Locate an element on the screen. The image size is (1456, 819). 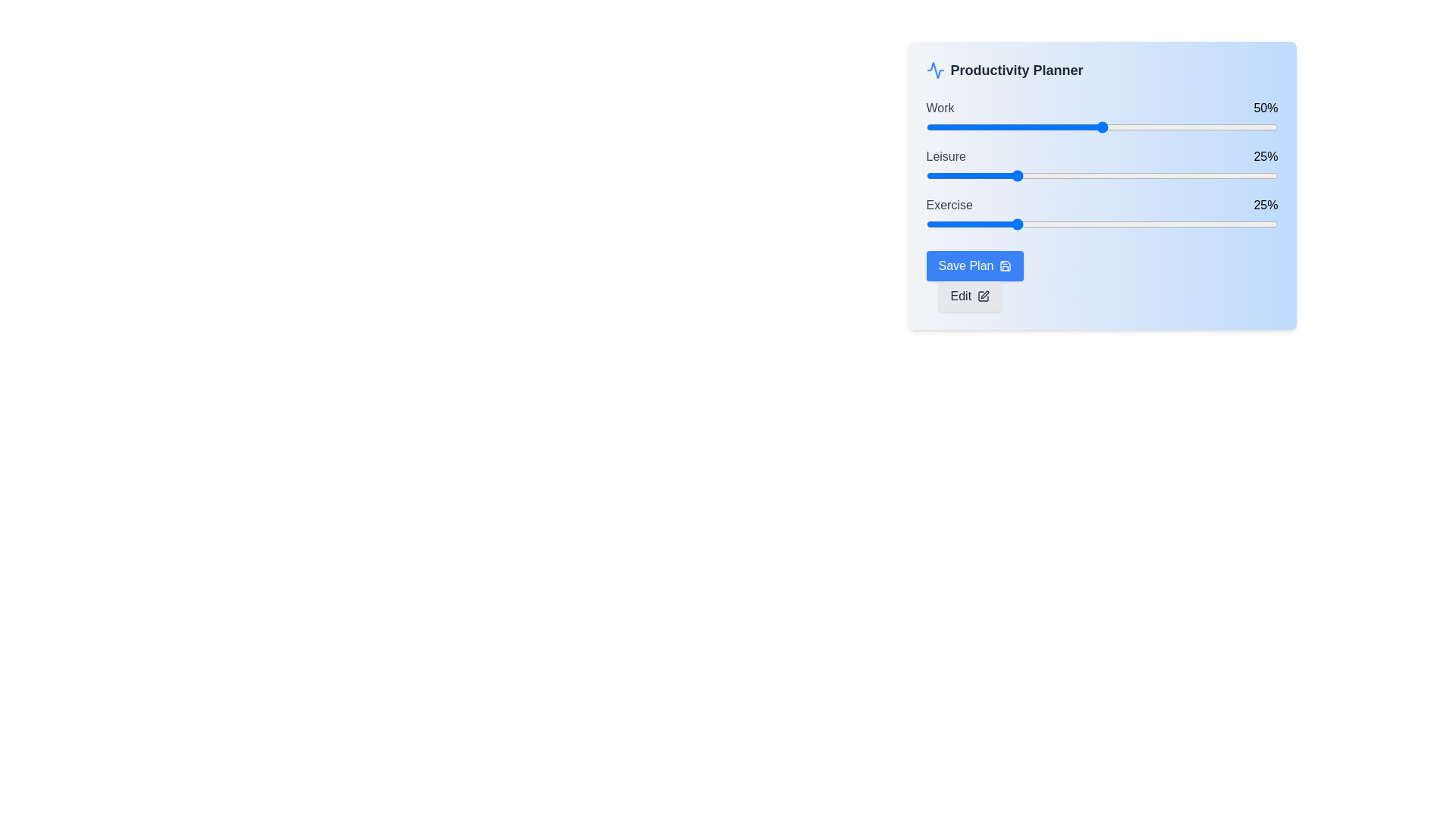
the text 'Productivity Planner' to select it is located at coordinates (1102, 76).